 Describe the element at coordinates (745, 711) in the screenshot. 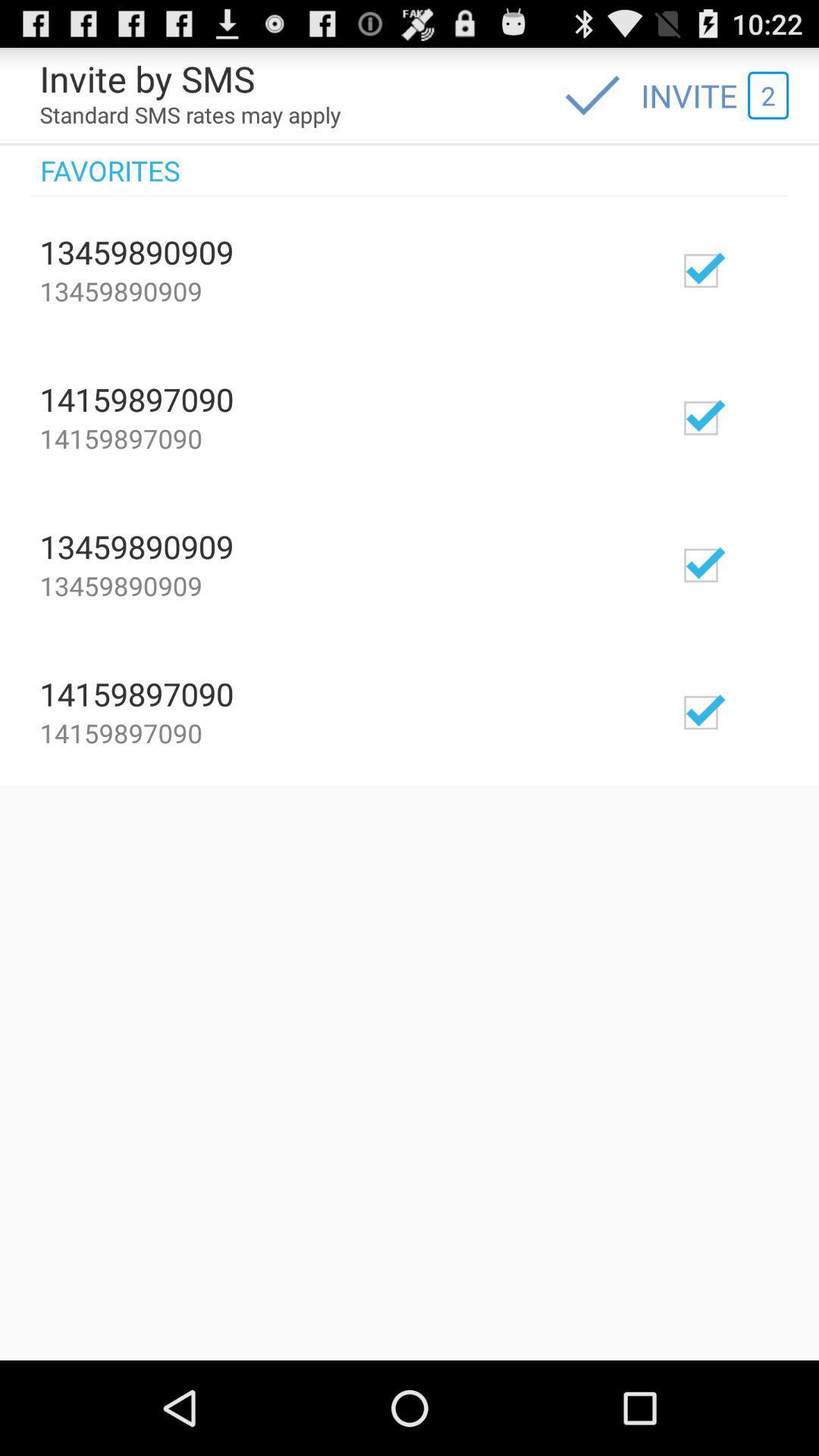

I see `check/uncheck` at that location.